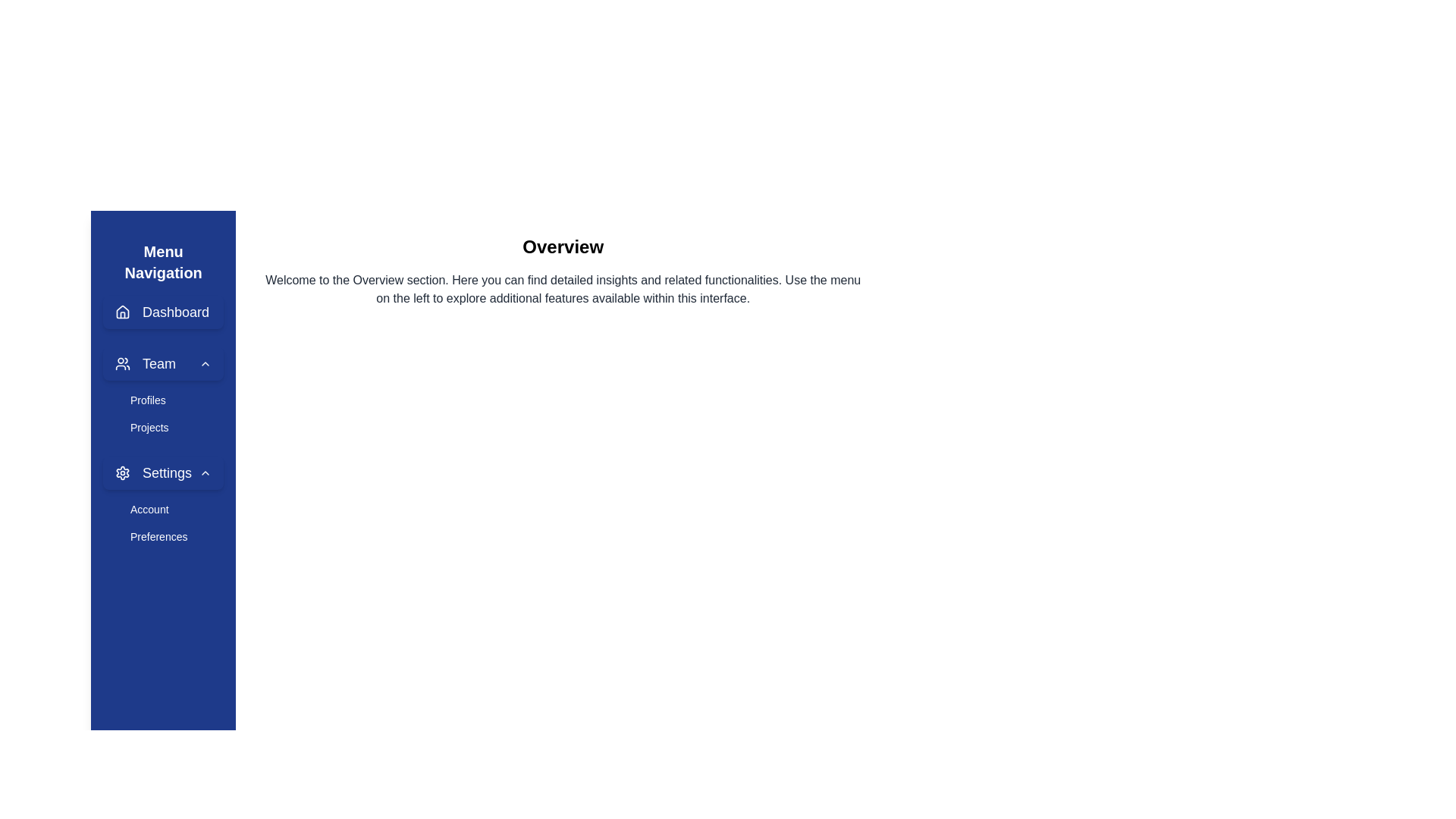 The image size is (1456, 819). I want to click on the chevron icon located at the far right side of the 'Team' text in the vertical navigation bar, indicating the ability to expand or collapse the 'Team' menu item, so click(205, 363).